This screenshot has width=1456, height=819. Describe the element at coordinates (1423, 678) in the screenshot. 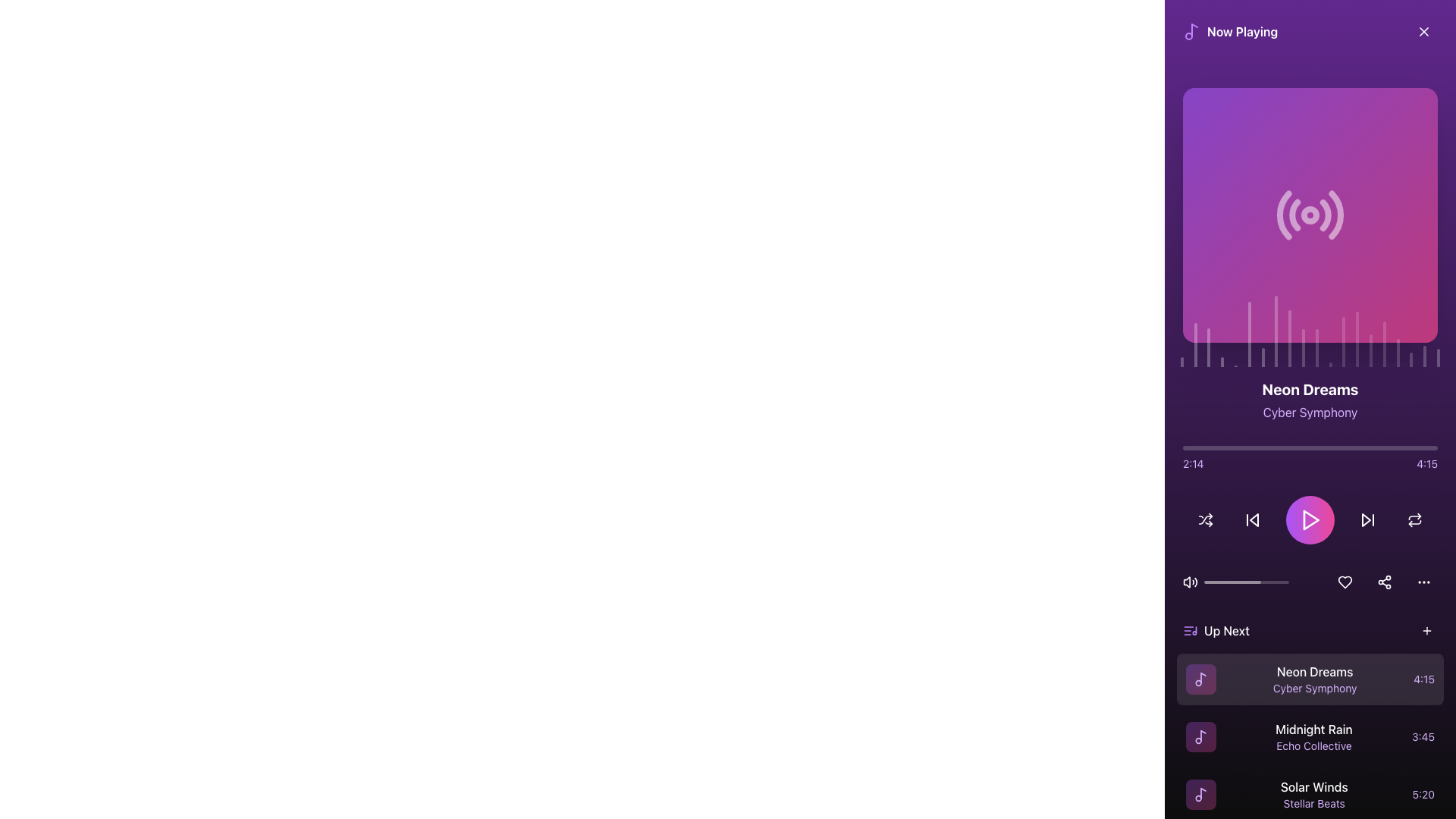

I see `the text label displaying the duration '4:15' in a purple font, located in the 'Up Next' list to the right of the artist's name 'Cyber Symphony'` at that location.